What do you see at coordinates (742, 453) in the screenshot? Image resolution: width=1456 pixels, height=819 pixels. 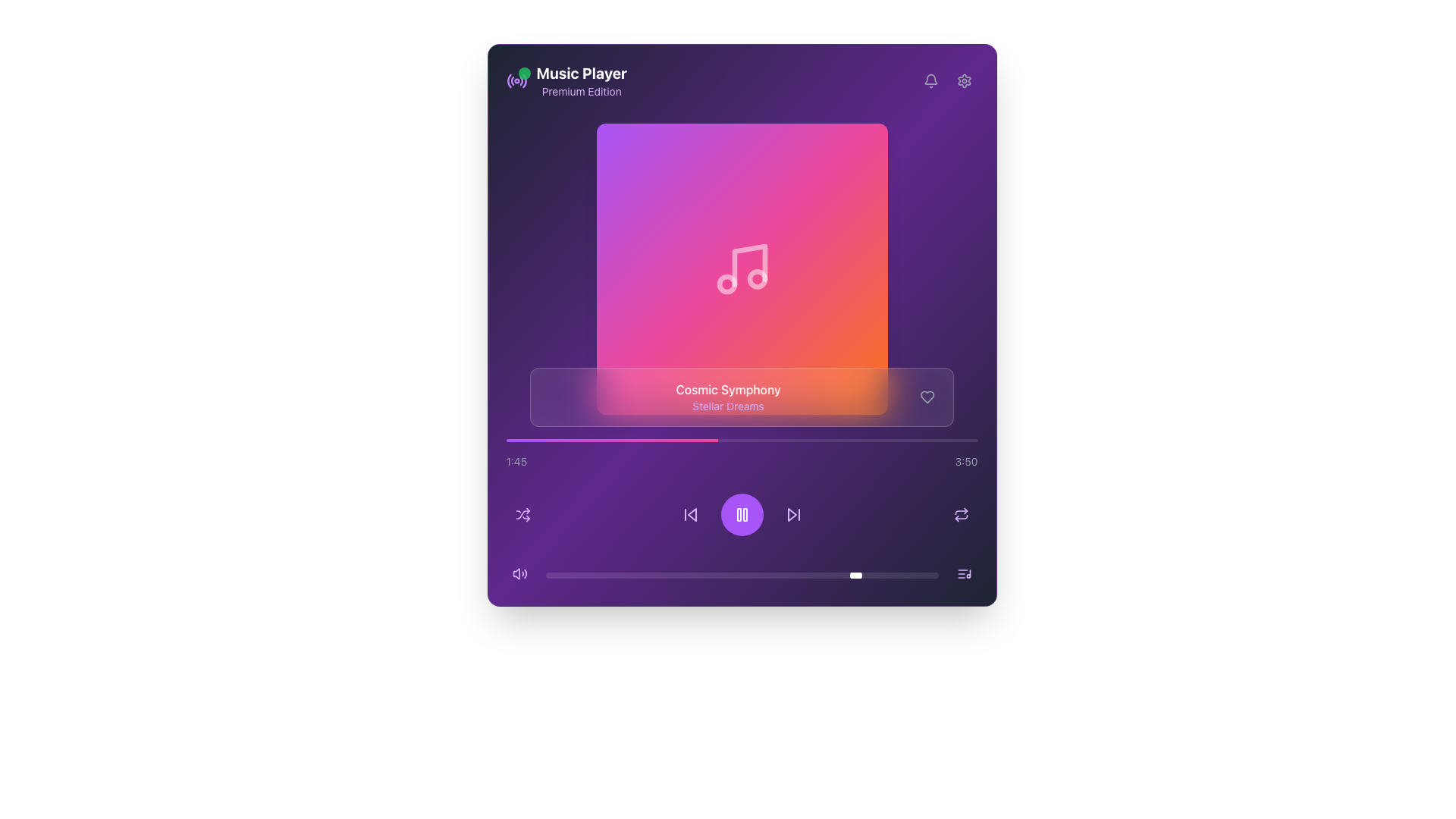 I see `the progress bar of the music player, which features a gradient from purple to pink and displays time indicators of '1:45' and '3:50'` at bounding box center [742, 453].